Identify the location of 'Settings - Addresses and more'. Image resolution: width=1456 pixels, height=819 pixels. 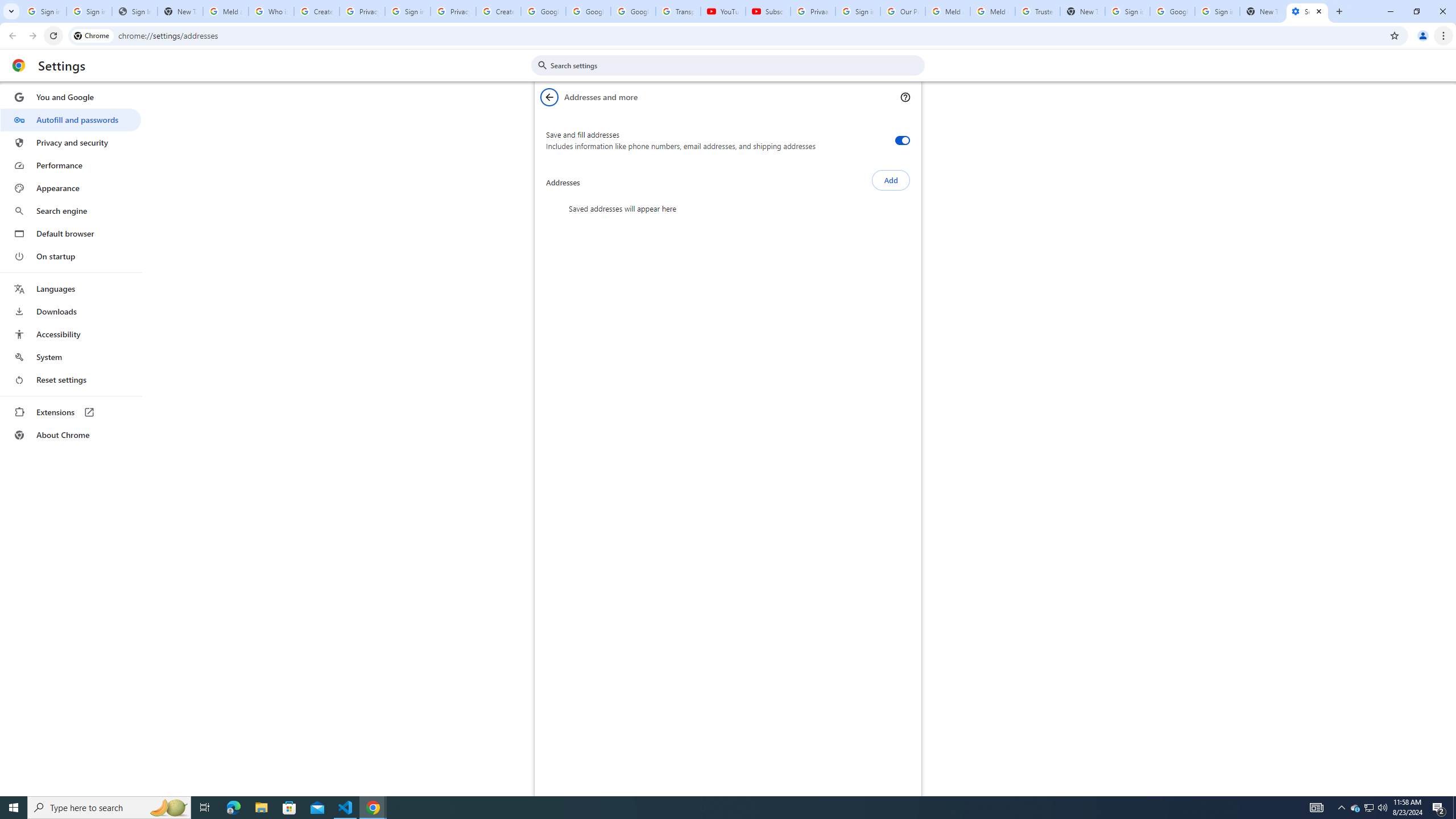
(1307, 11).